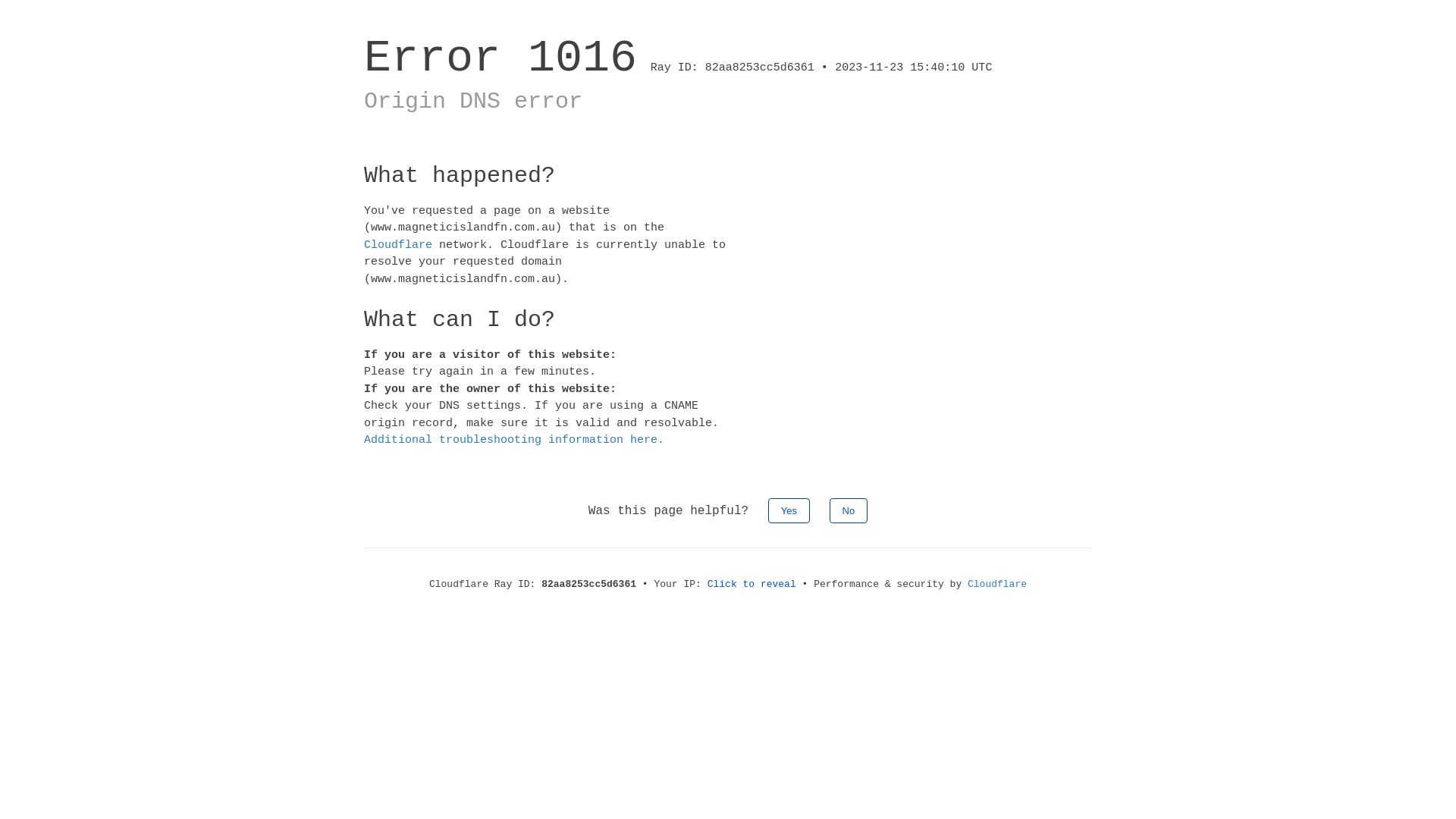 The width and height of the screenshot is (1456, 819). I want to click on 'Yes', so click(789, 510).